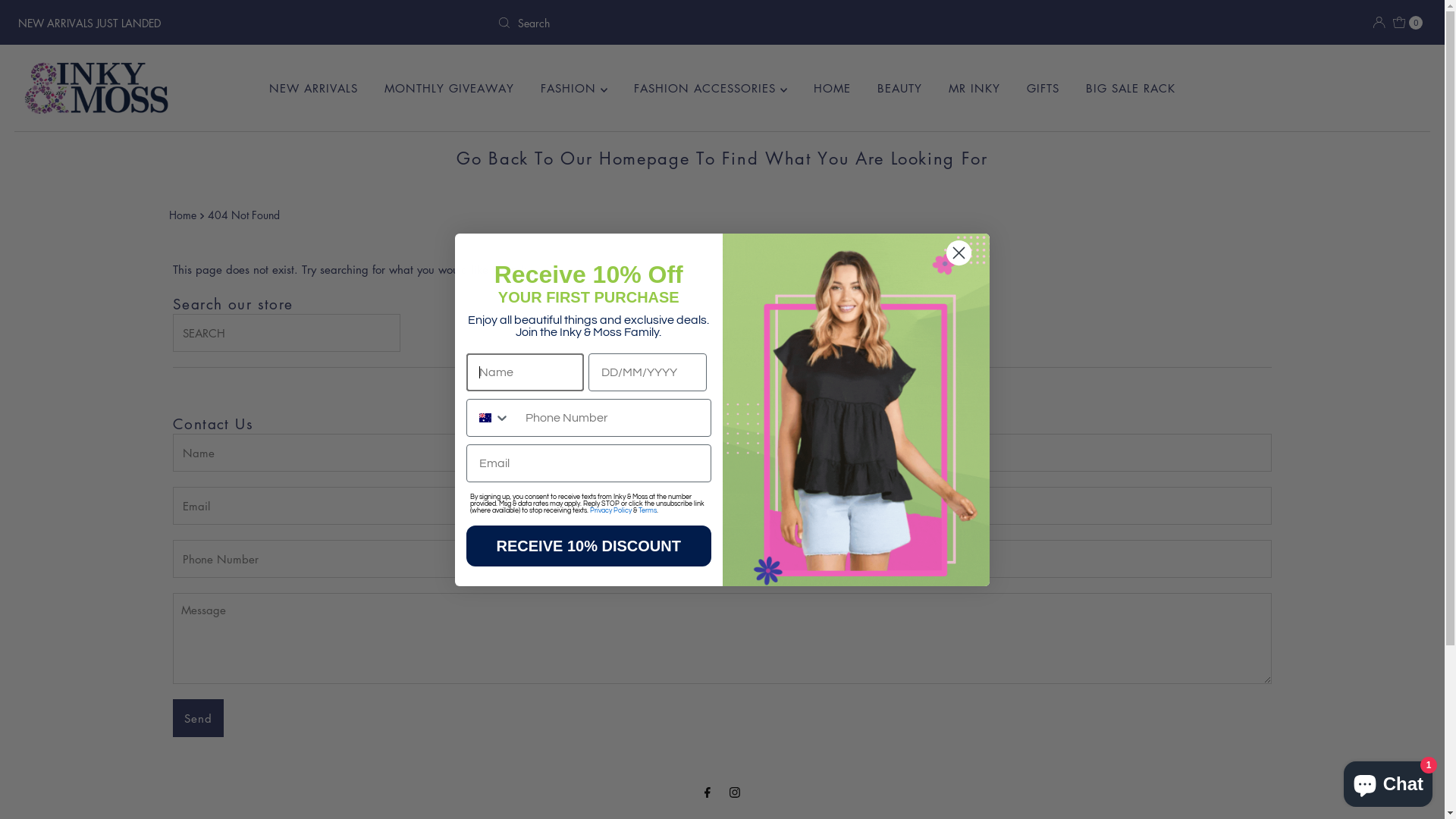 The width and height of the screenshot is (1456, 819). I want to click on 'BEAUTY', so click(866, 87).